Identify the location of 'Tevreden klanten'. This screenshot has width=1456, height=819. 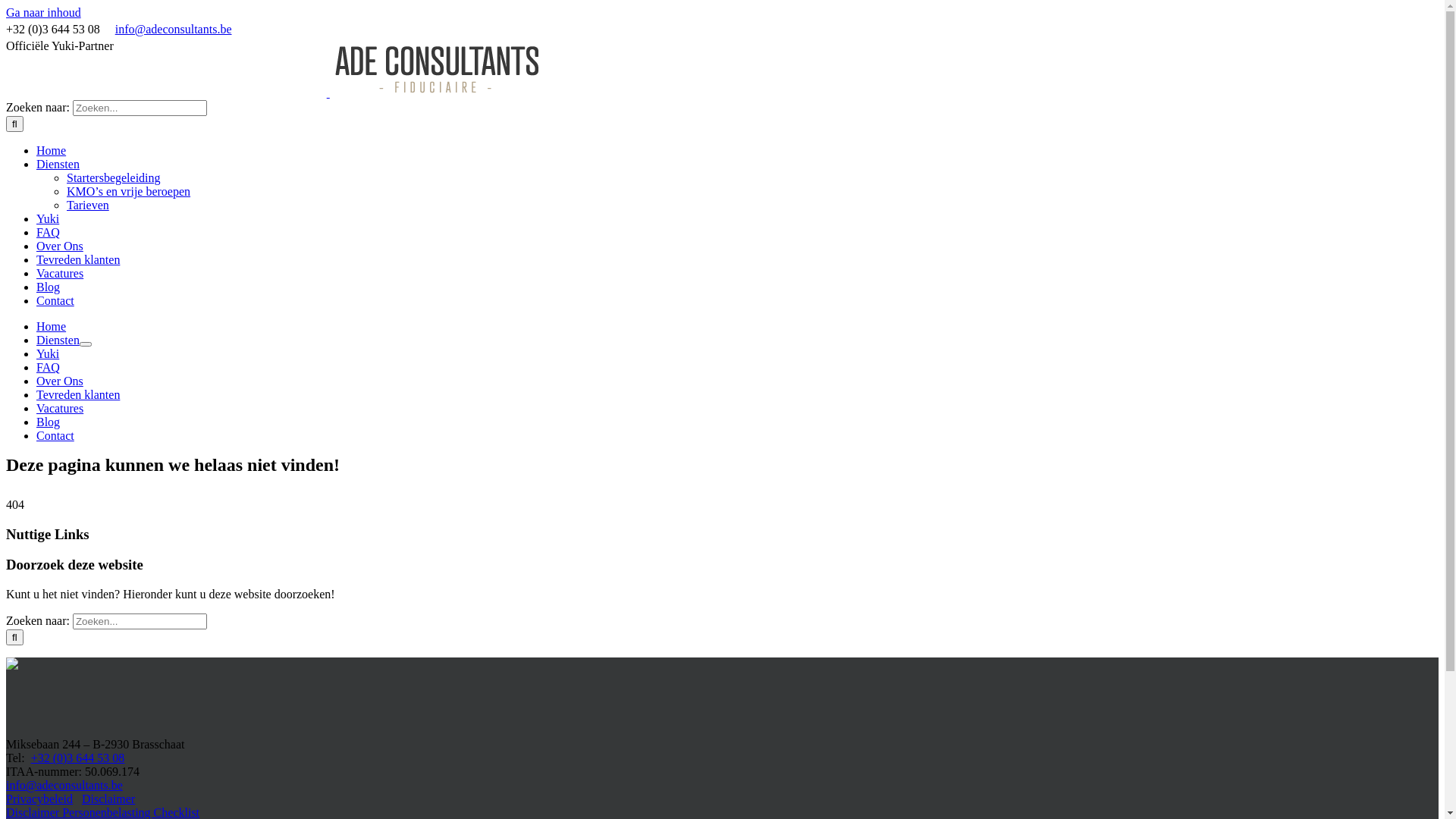
(77, 259).